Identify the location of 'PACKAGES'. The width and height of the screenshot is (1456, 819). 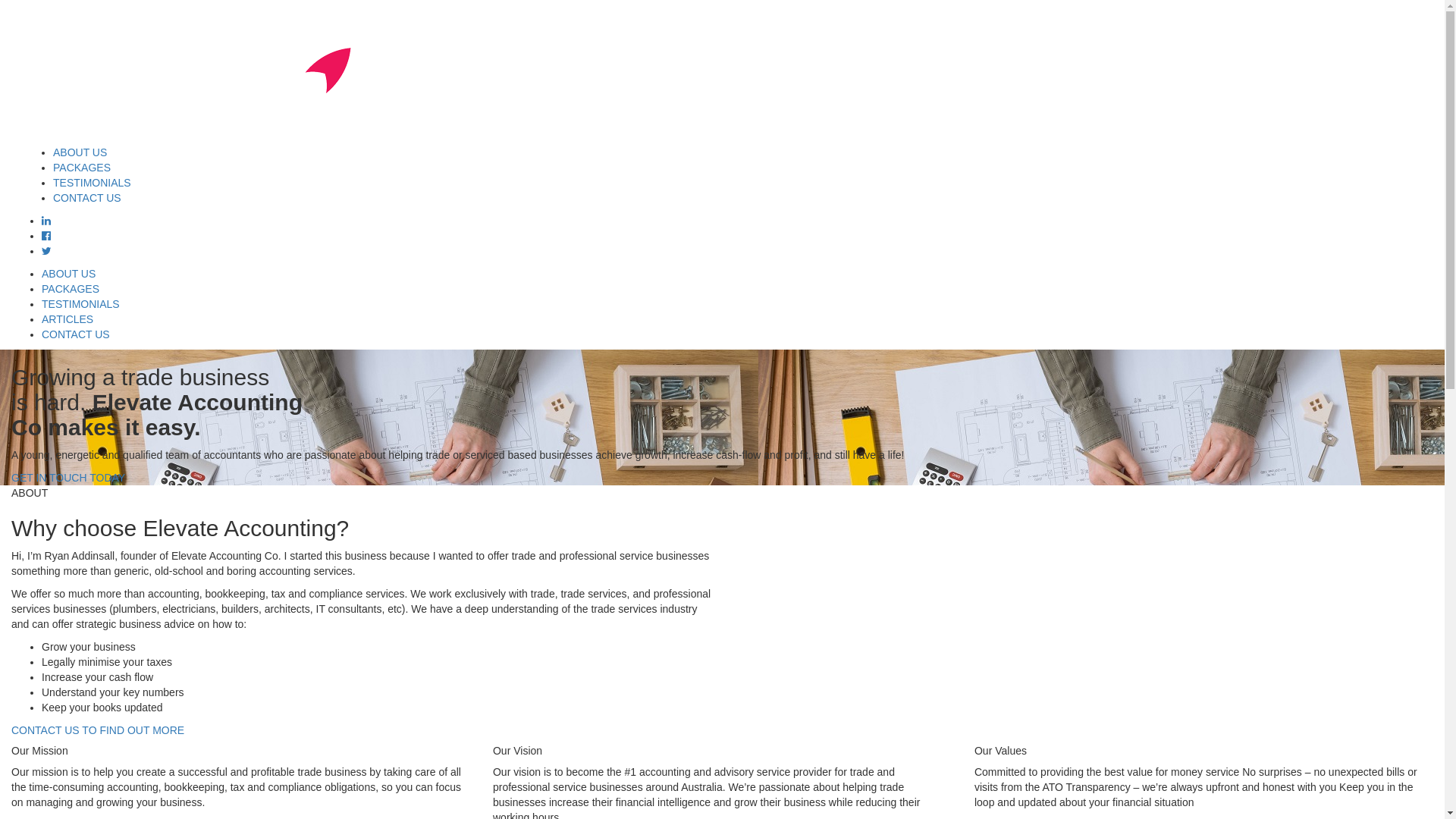
(80, 167).